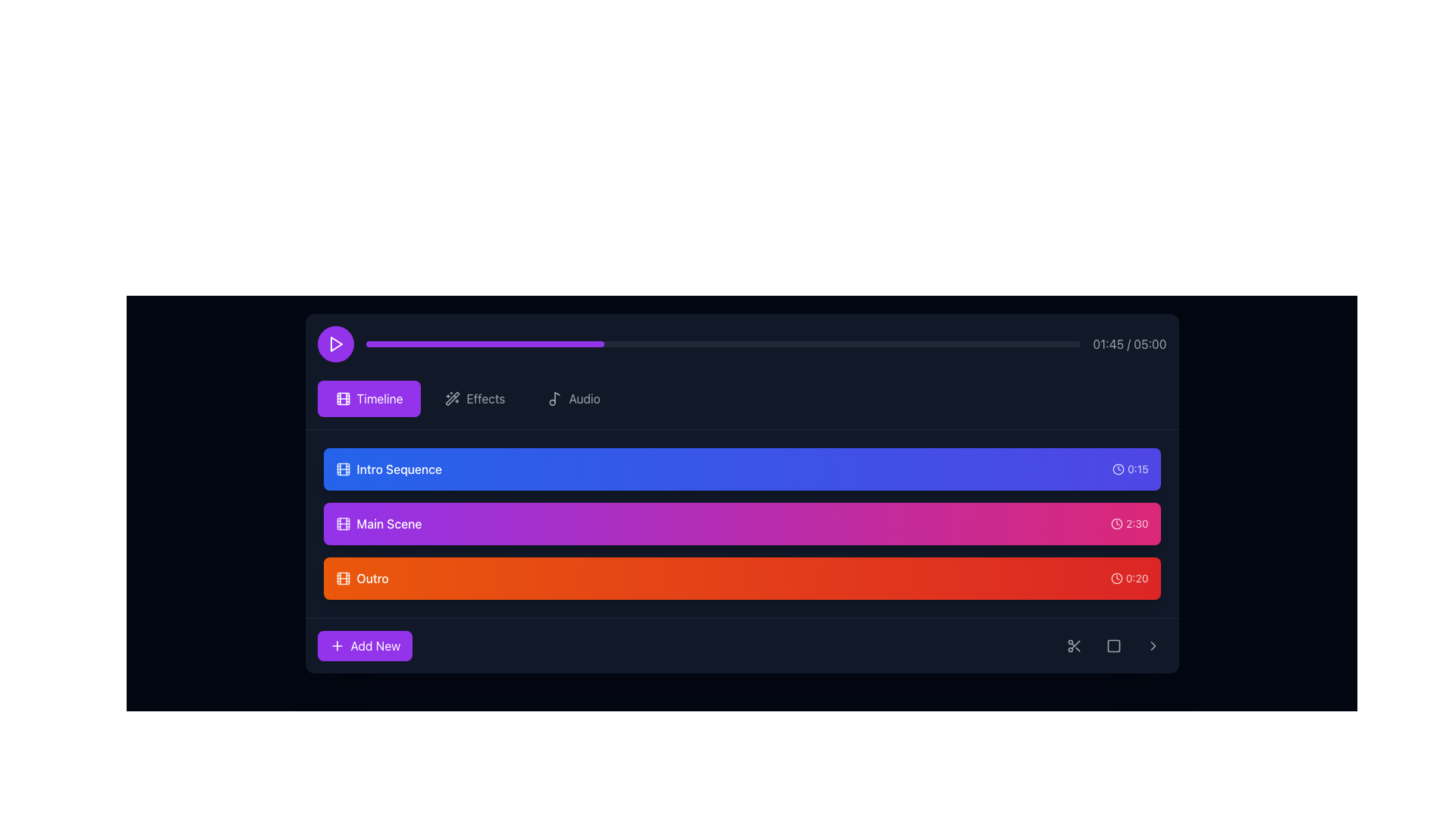 The height and width of the screenshot is (819, 1456). Describe the element at coordinates (1073, 646) in the screenshot. I see `the scissors icon, which represents a cut operation, located in the bottom-right corner of the interface panel` at that location.